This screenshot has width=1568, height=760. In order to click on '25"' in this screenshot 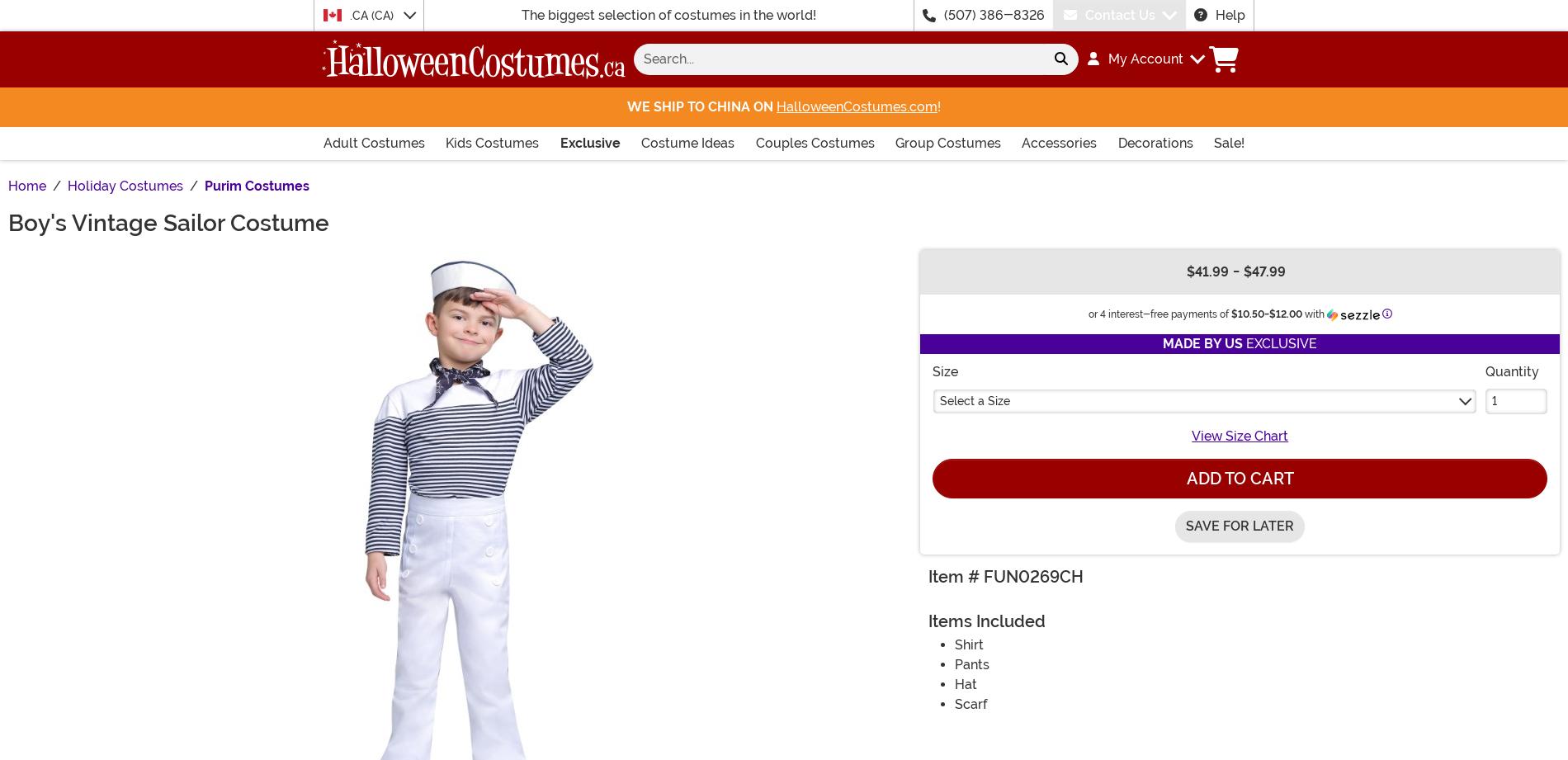, I will do `click(426, 31)`.